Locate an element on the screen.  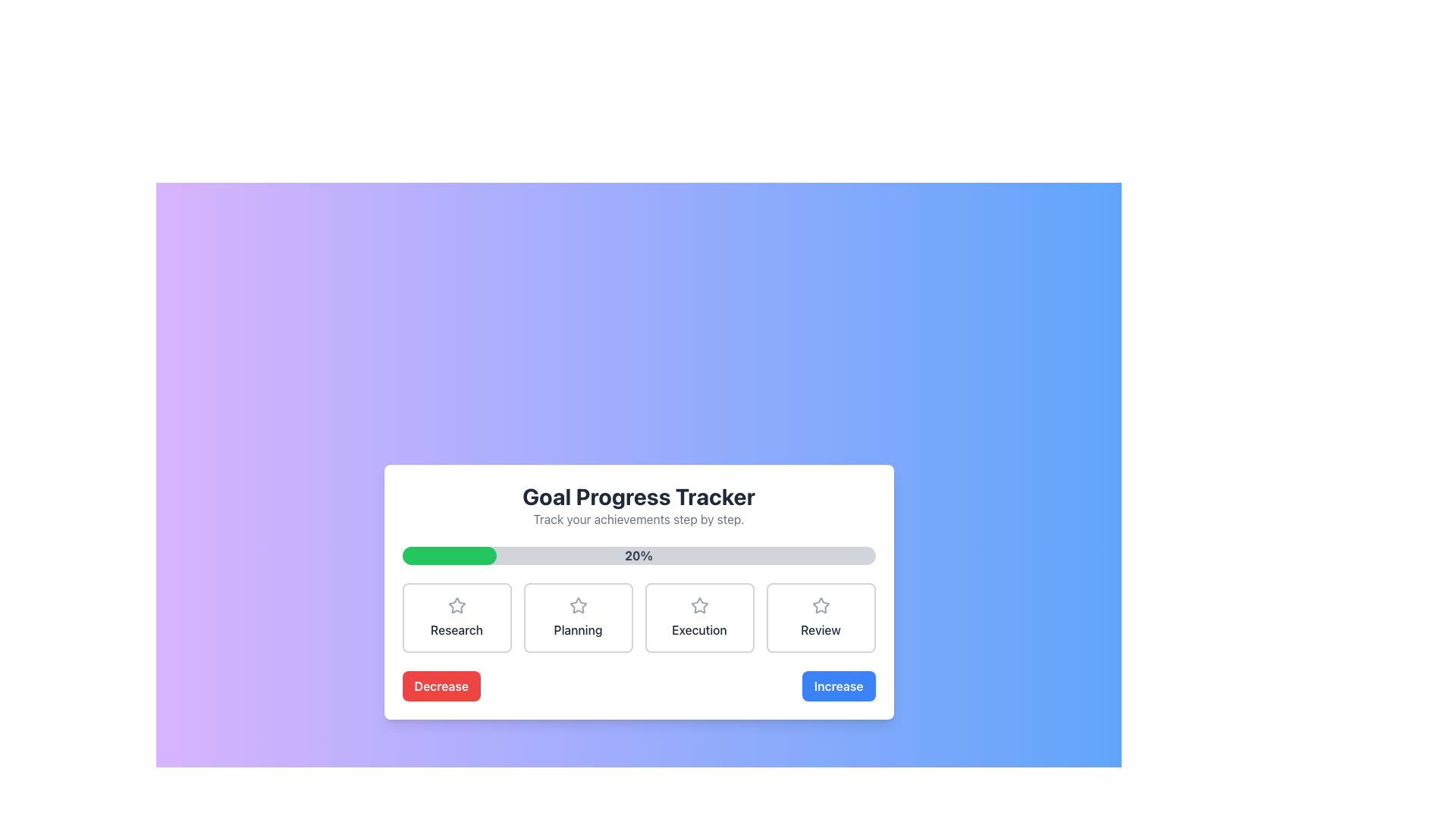
the star icon with a gray outline located above the text 'Research' in the Research section of the interface is located at coordinates (456, 604).